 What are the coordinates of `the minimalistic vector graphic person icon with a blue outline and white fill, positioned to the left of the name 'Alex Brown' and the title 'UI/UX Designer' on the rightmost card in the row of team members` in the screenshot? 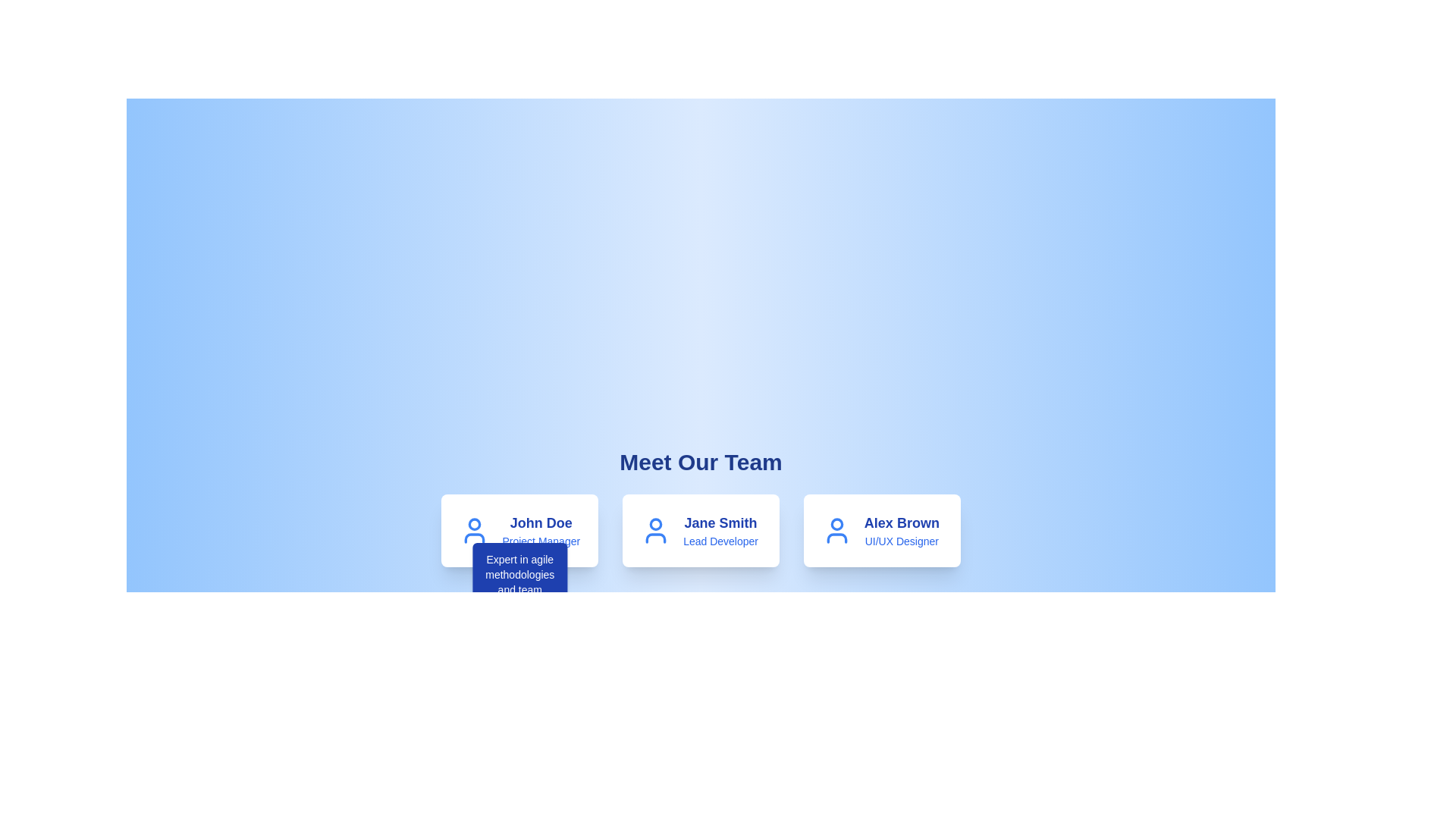 It's located at (836, 529).